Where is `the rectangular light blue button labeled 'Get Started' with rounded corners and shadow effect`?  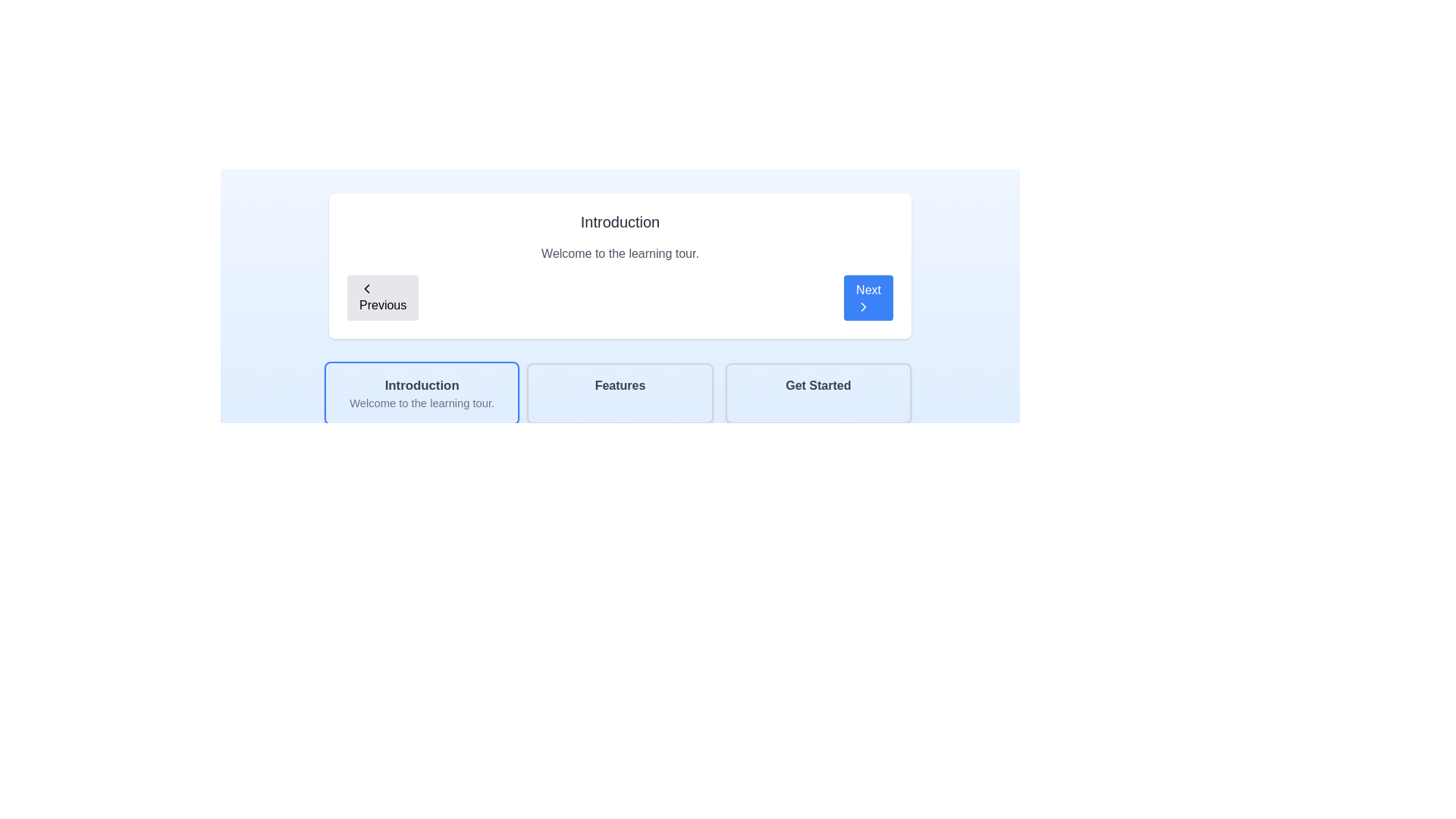 the rectangular light blue button labeled 'Get Started' with rounded corners and shadow effect is located at coordinates (817, 393).